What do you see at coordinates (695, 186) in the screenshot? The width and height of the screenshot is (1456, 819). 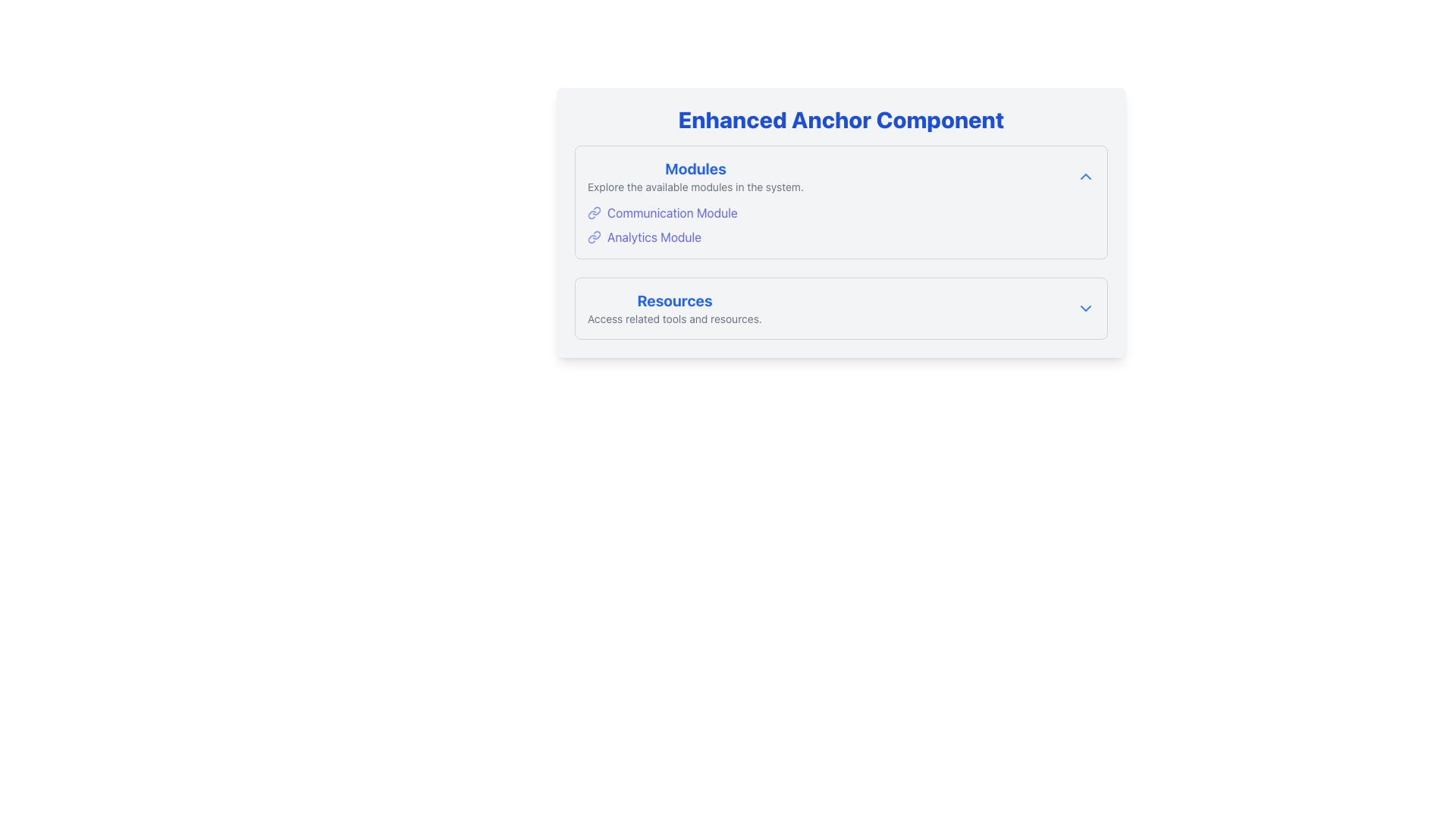 I see `information from the small gray text block located below the bold blue title 'Modules'` at bounding box center [695, 186].